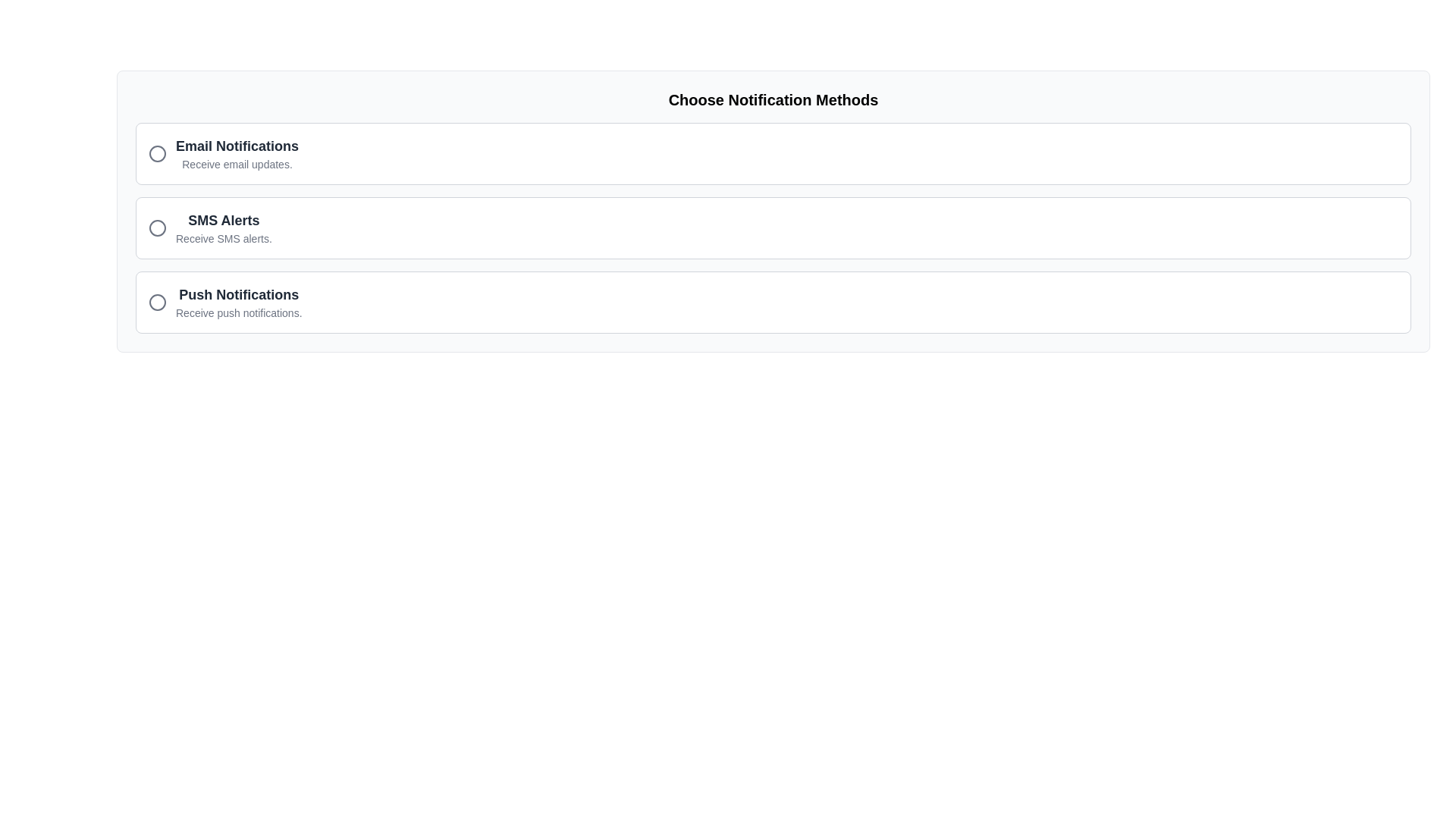 The height and width of the screenshot is (819, 1456). What do you see at coordinates (236, 146) in the screenshot?
I see `title text label for email notifications located above the 'Receive email updates.' text in the first section of the options list` at bounding box center [236, 146].